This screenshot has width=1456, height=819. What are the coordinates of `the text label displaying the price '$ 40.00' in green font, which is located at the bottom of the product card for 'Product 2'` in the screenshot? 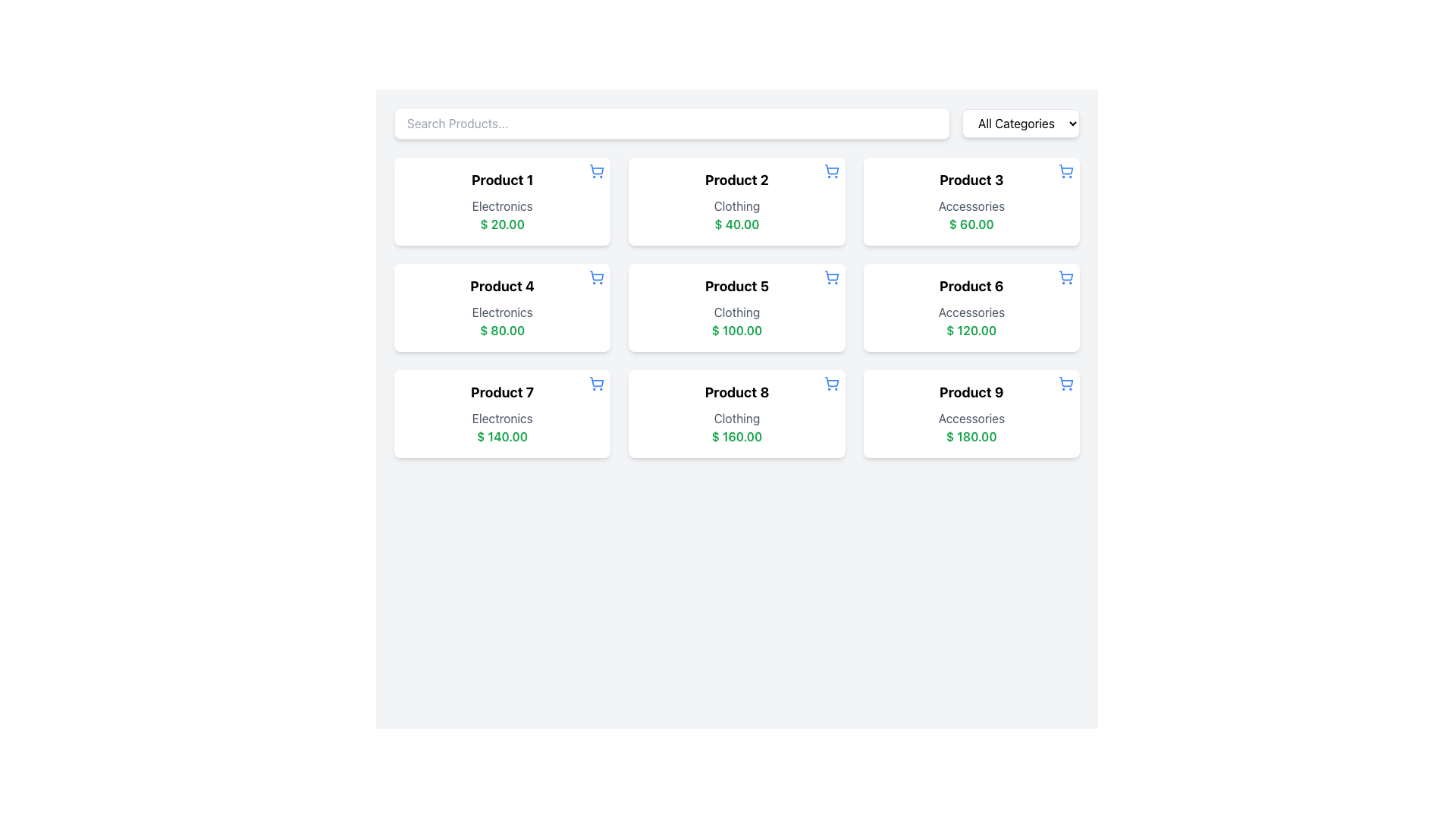 It's located at (736, 224).